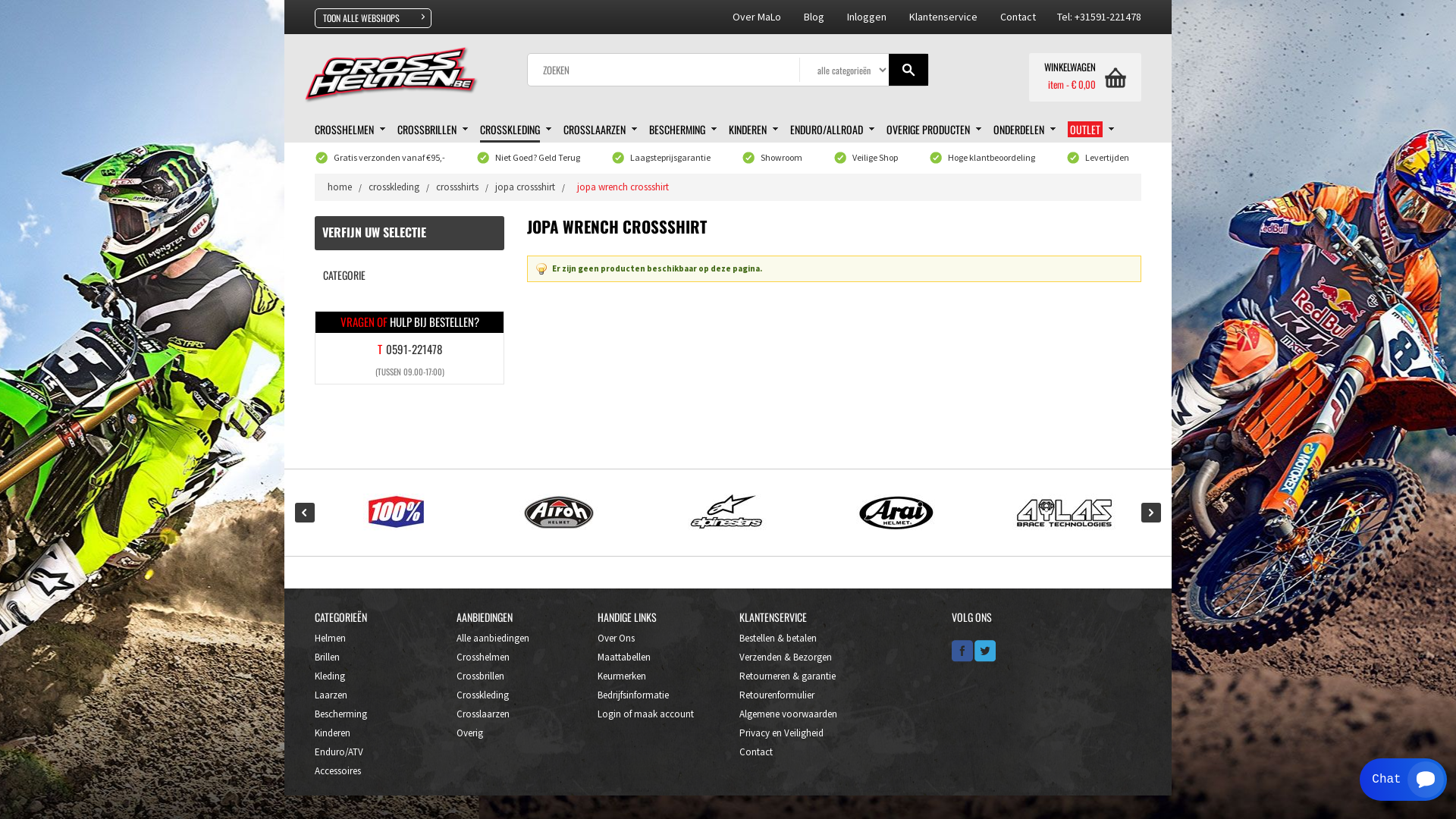 This screenshot has width=1456, height=819. I want to click on 'Contact', so click(1028, 17).